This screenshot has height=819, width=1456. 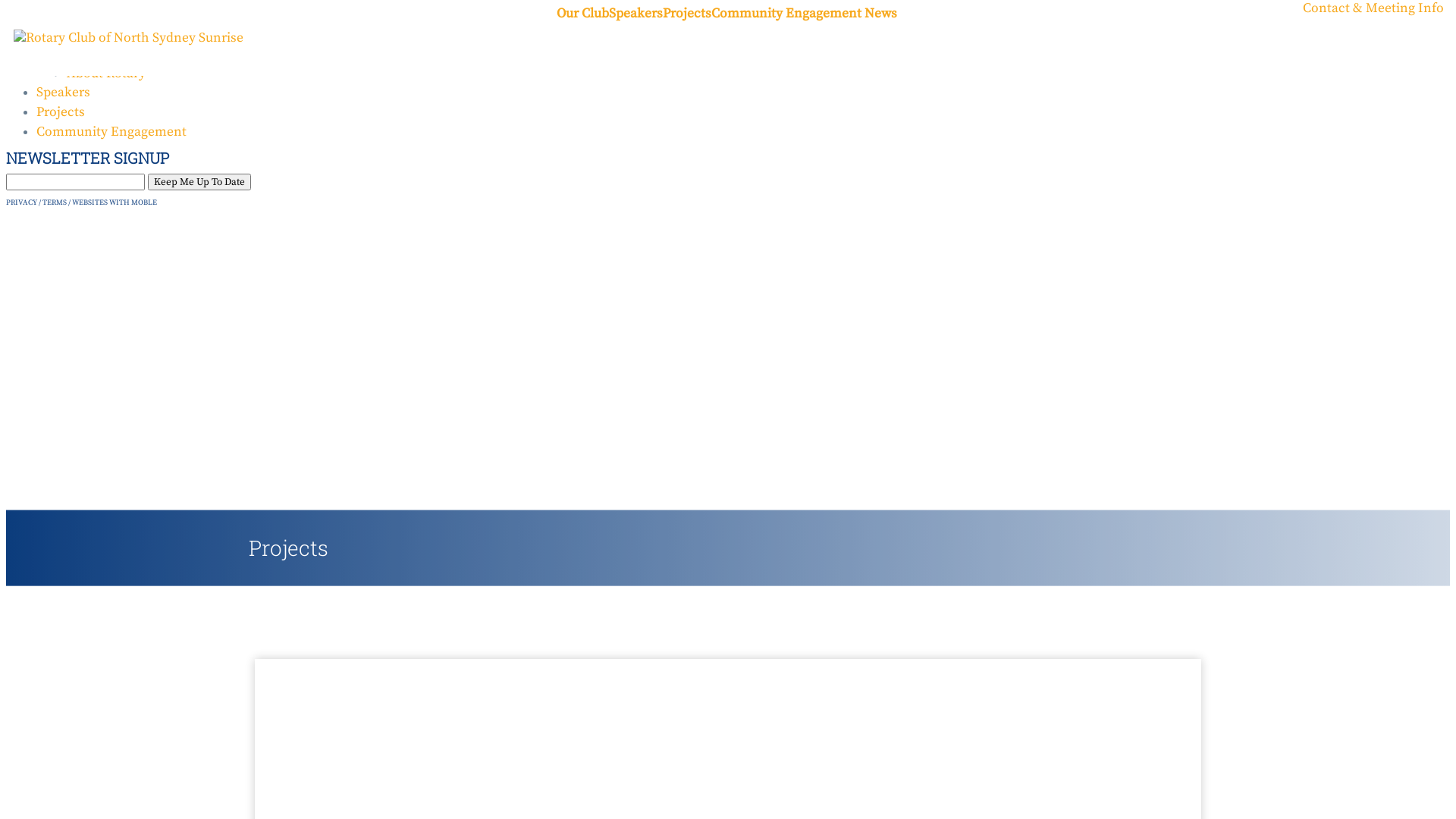 I want to click on 'Our Club', so click(x=582, y=14).